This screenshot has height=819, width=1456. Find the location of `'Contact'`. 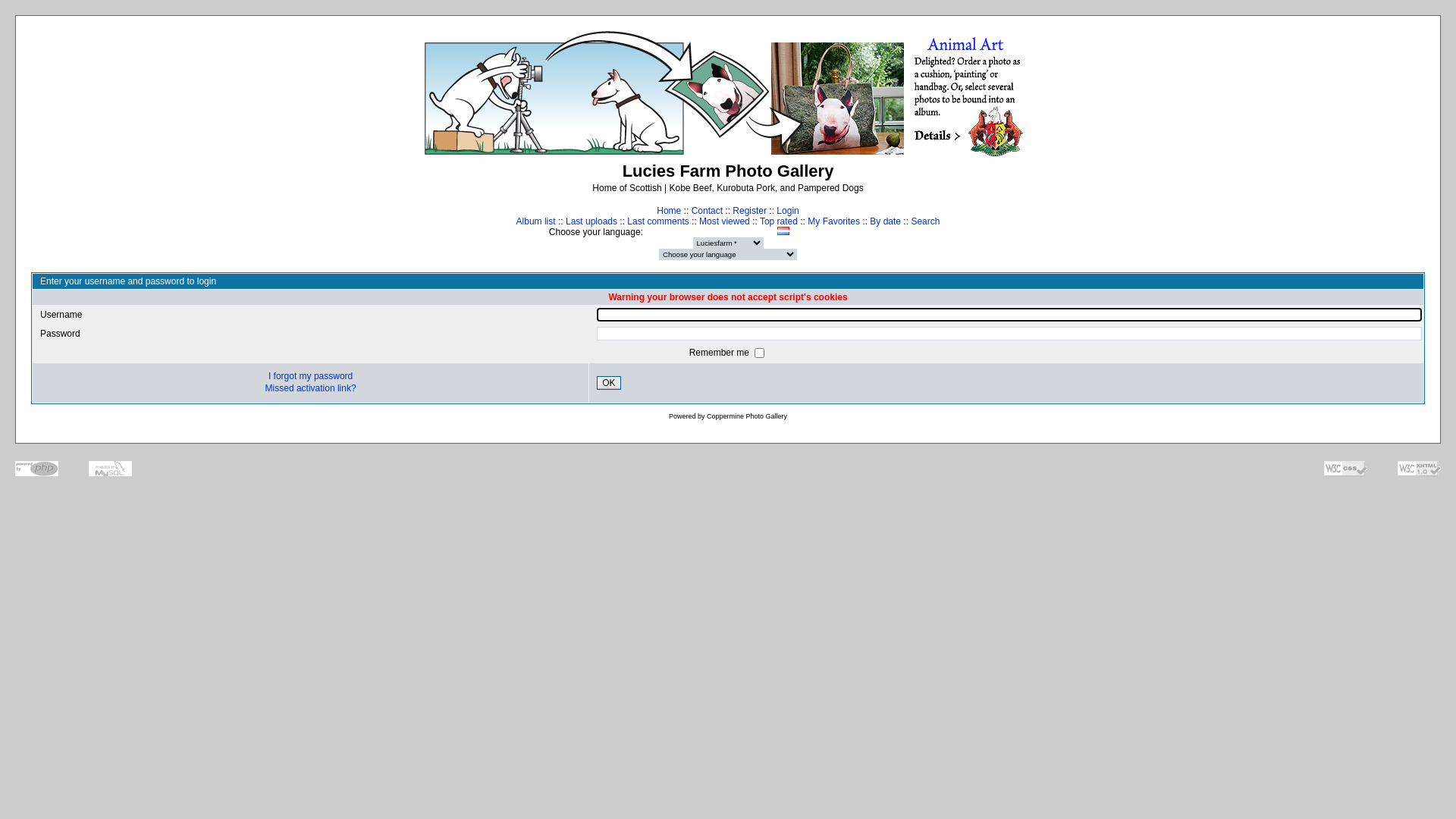

'Contact' is located at coordinates (706, 210).